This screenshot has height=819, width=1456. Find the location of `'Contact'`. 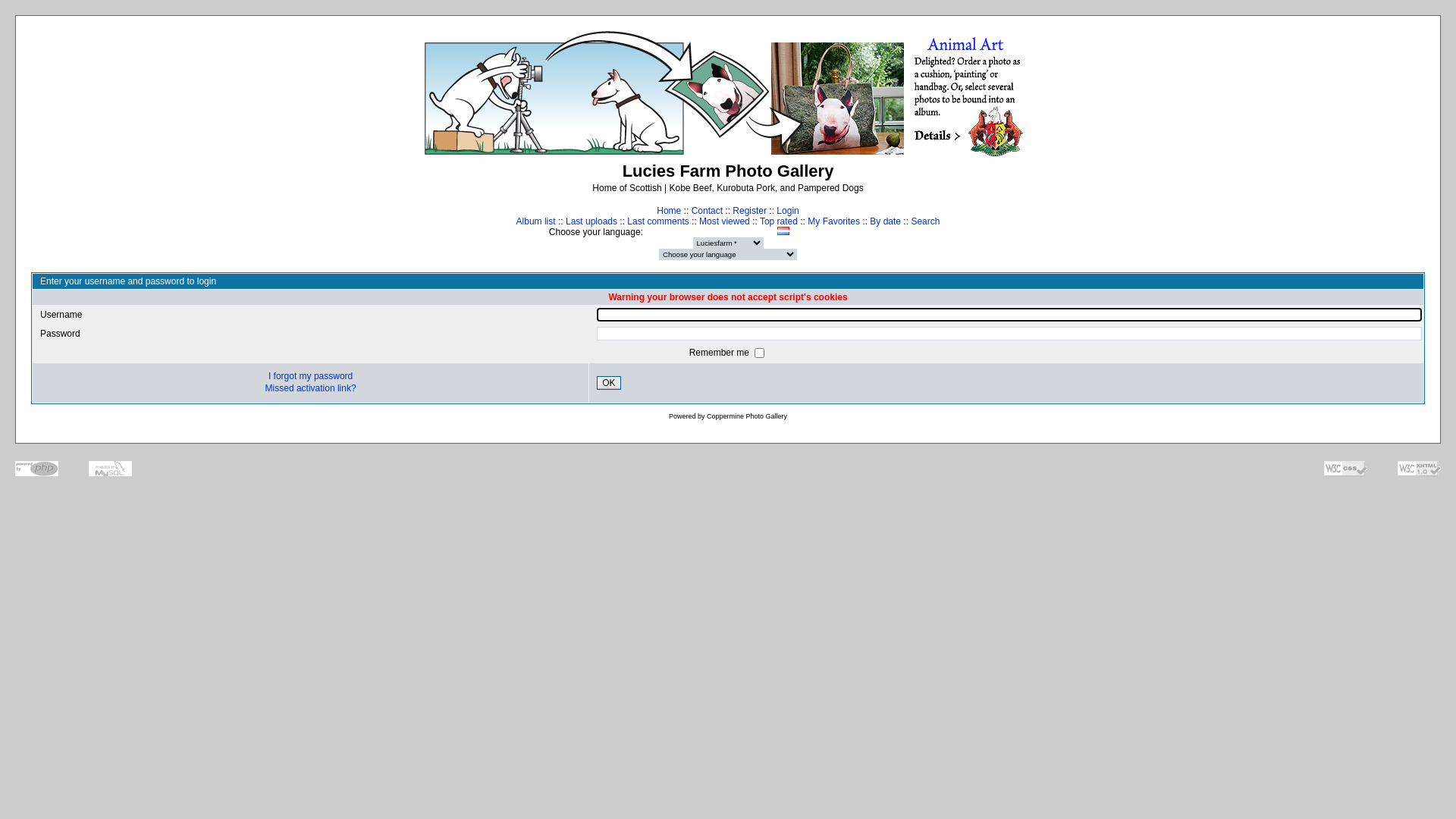

'Contact' is located at coordinates (706, 210).